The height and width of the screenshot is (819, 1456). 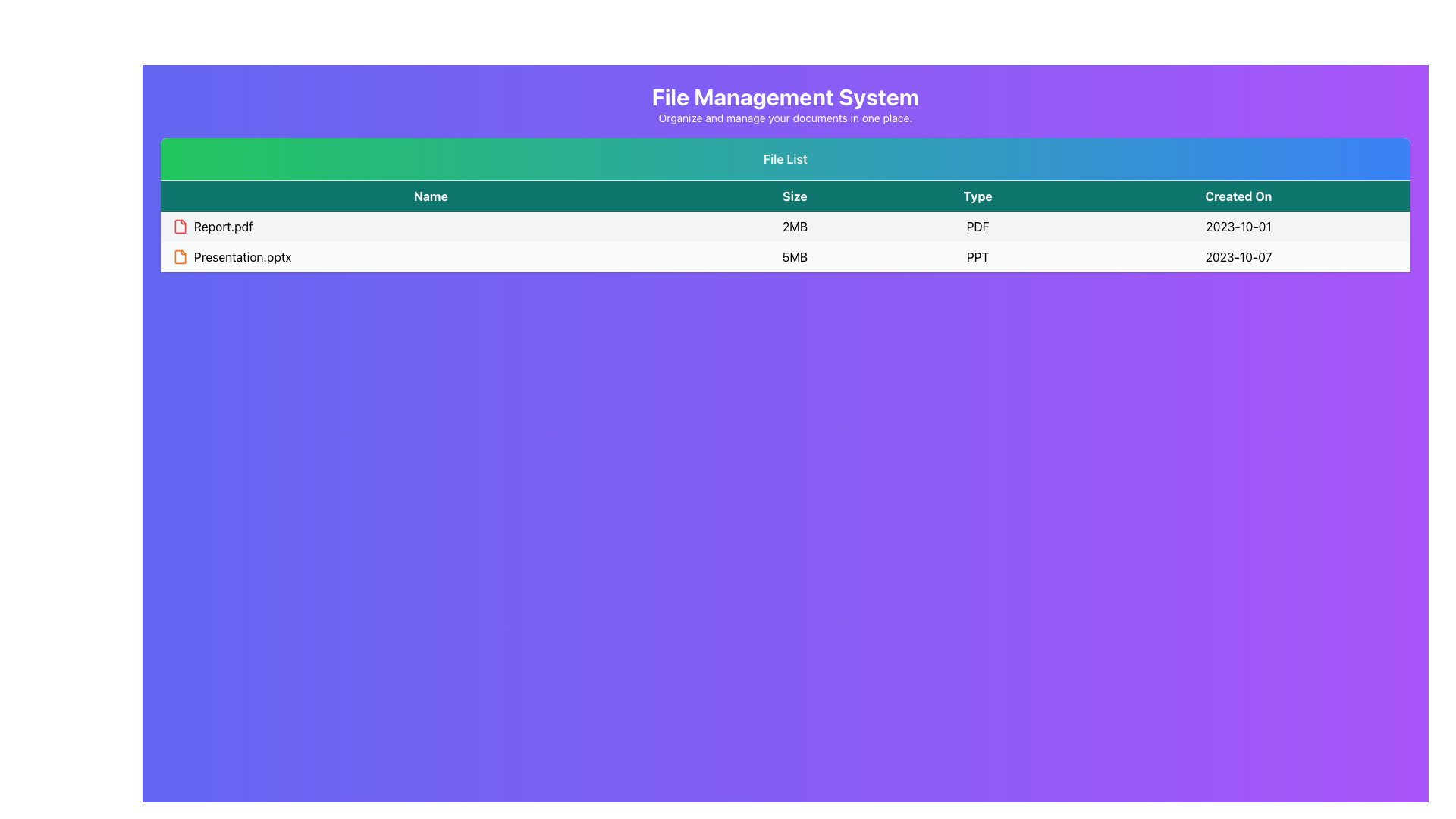 I want to click on the PDF file type icon for the 'Report.pdf' file, which is the first icon in the list under the 'Name' header, so click(x=180, y=227).